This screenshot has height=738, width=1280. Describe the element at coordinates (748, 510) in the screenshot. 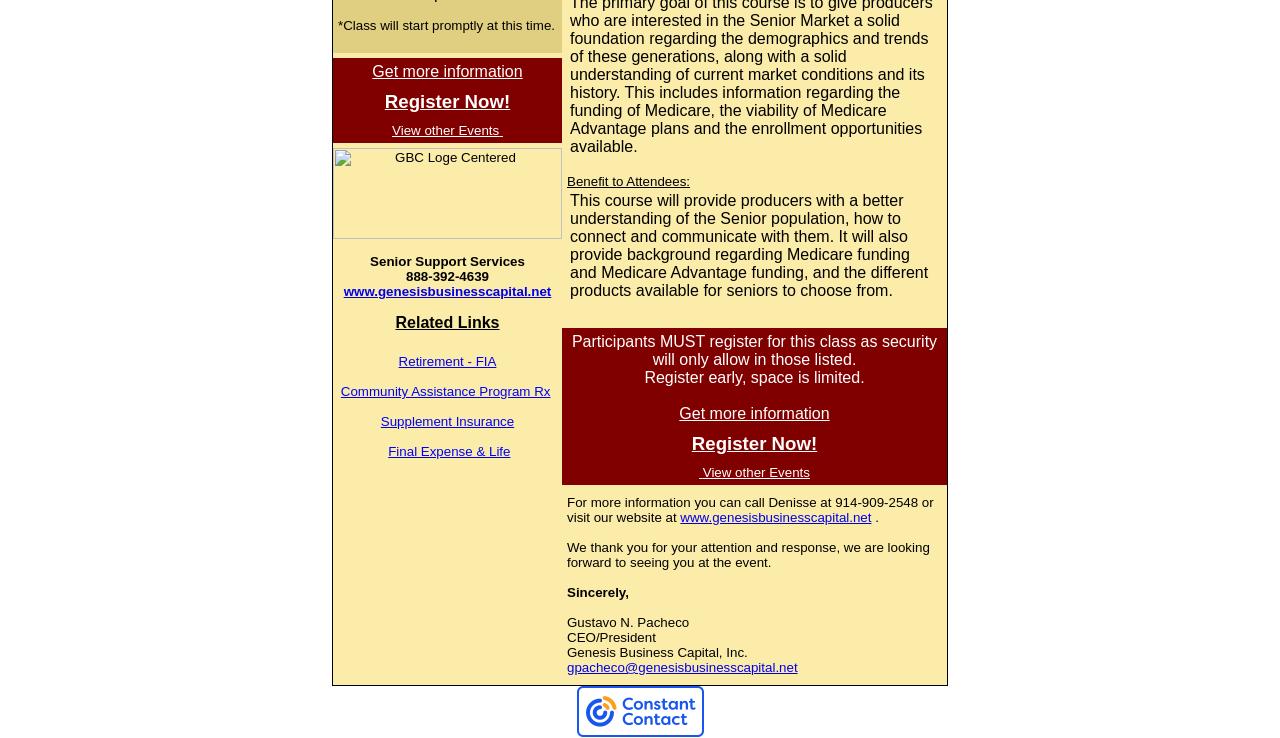

I see `'For more information you can call Denisse at 914-909-2548 or visit our website at'` at that location.